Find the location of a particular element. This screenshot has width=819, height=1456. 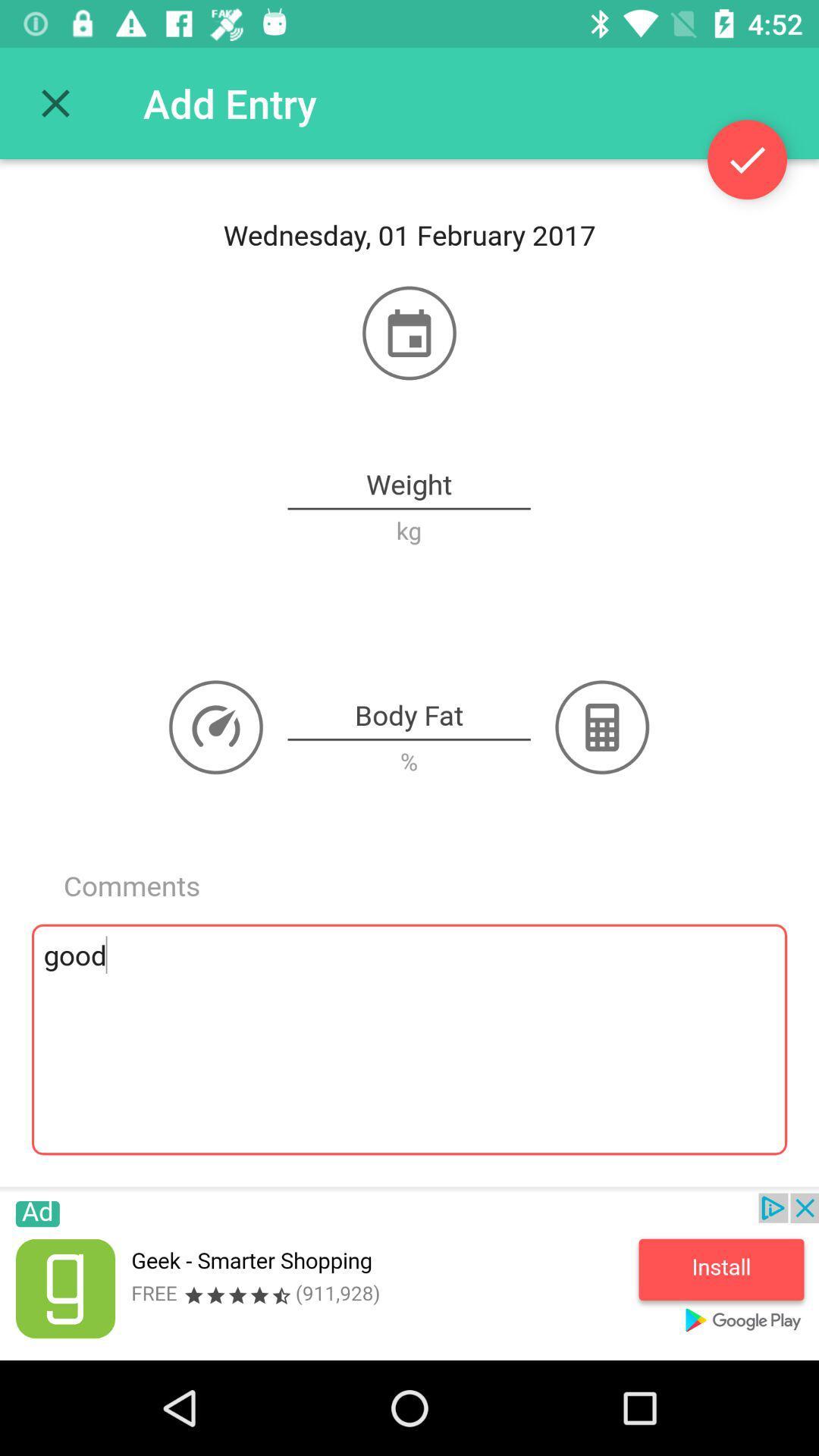

the date_range icon is located at coordinates (409, 332).